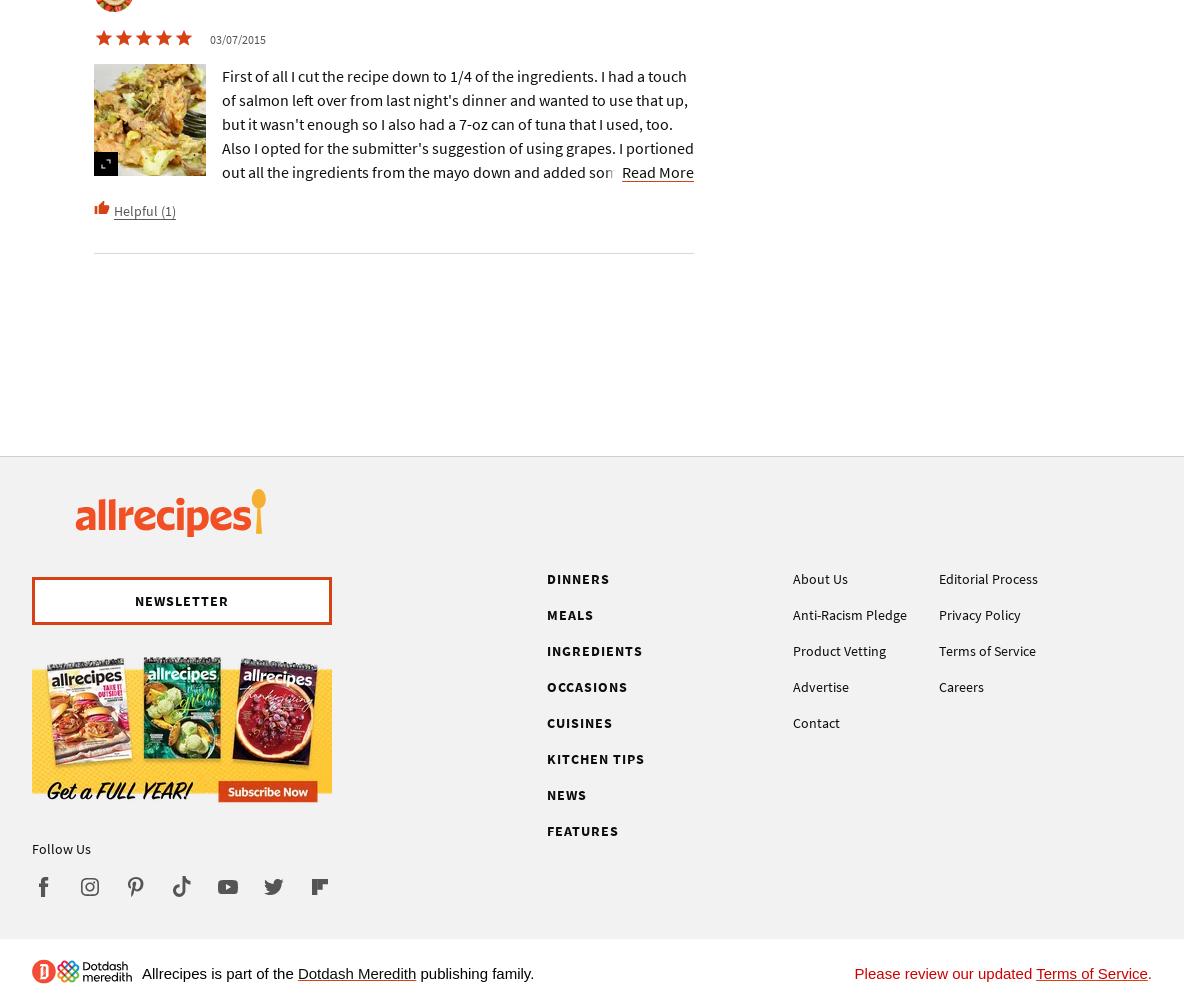  I want to click on 'Editorial Process', so click(936, 579).